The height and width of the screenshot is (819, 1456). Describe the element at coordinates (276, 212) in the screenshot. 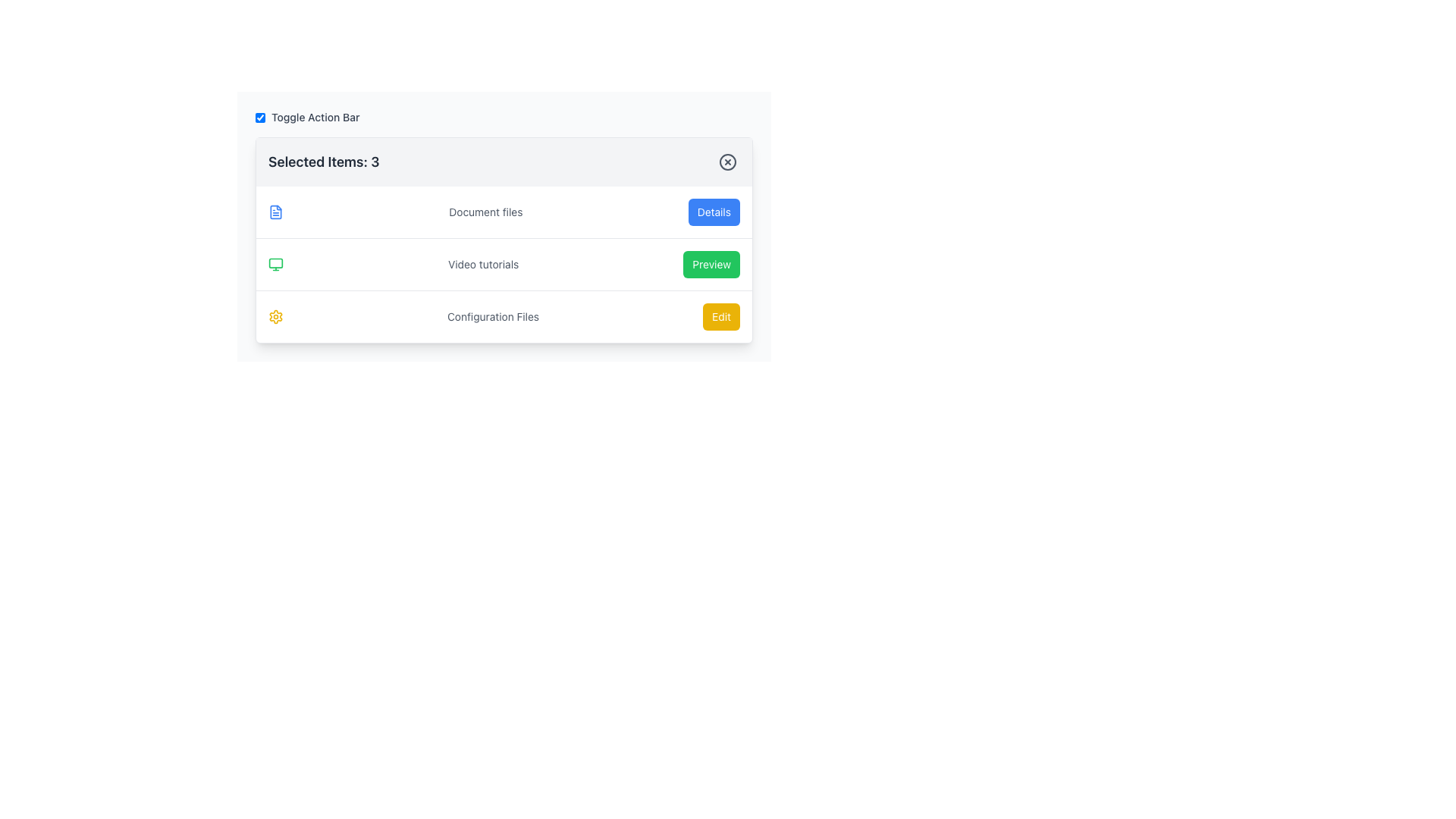

I see `the blue document icon located at the top-left corner of the 'Selected Items' box, corresponding to the 'Document files' row` at that location.